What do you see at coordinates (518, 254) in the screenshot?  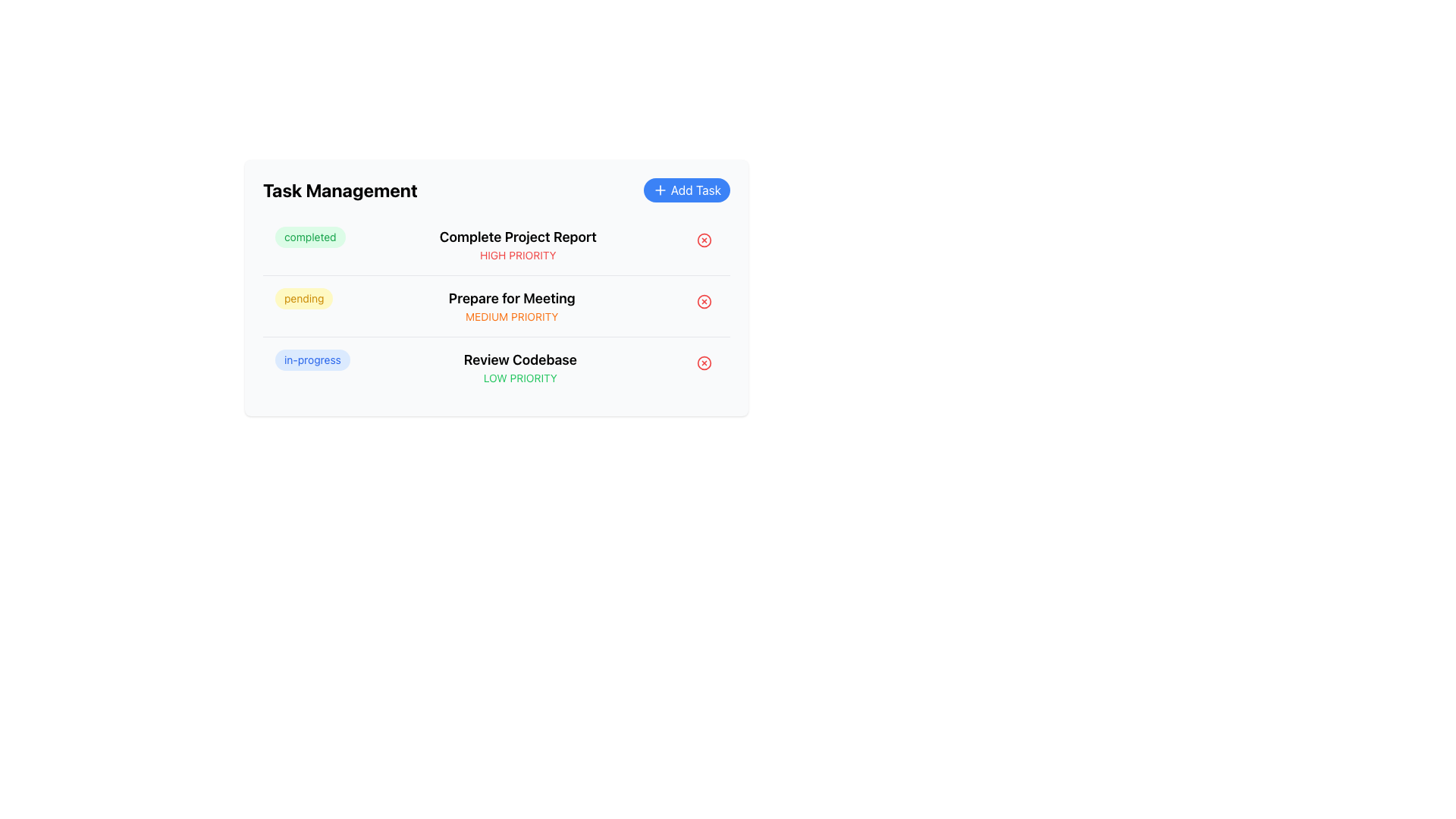 I see `the 'HIGH PRIORITY' indicator label for the task 'Complete Project Report'` at bounding box center [518, 254].